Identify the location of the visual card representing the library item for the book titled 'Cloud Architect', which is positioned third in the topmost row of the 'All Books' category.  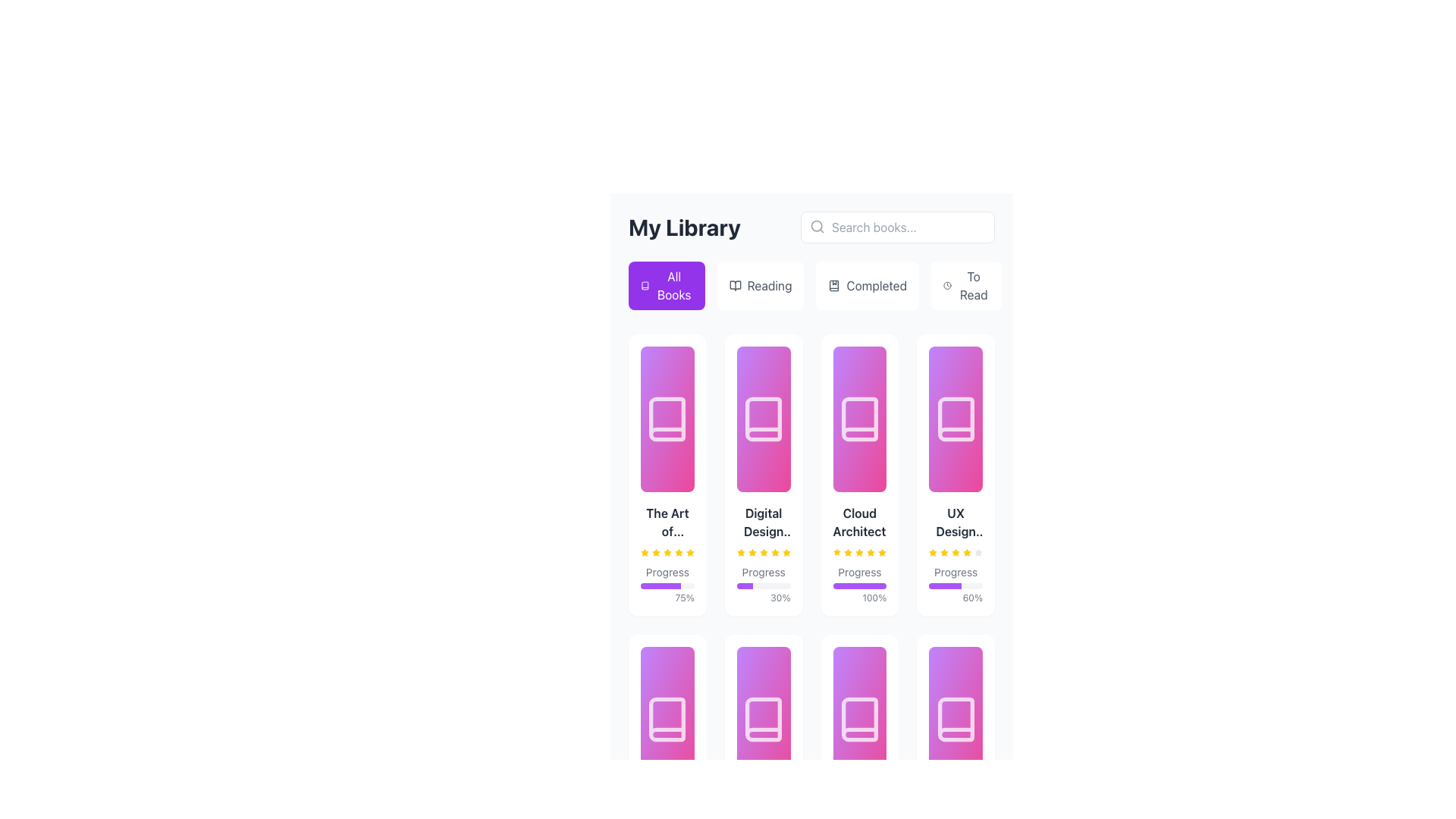
(859, 419).